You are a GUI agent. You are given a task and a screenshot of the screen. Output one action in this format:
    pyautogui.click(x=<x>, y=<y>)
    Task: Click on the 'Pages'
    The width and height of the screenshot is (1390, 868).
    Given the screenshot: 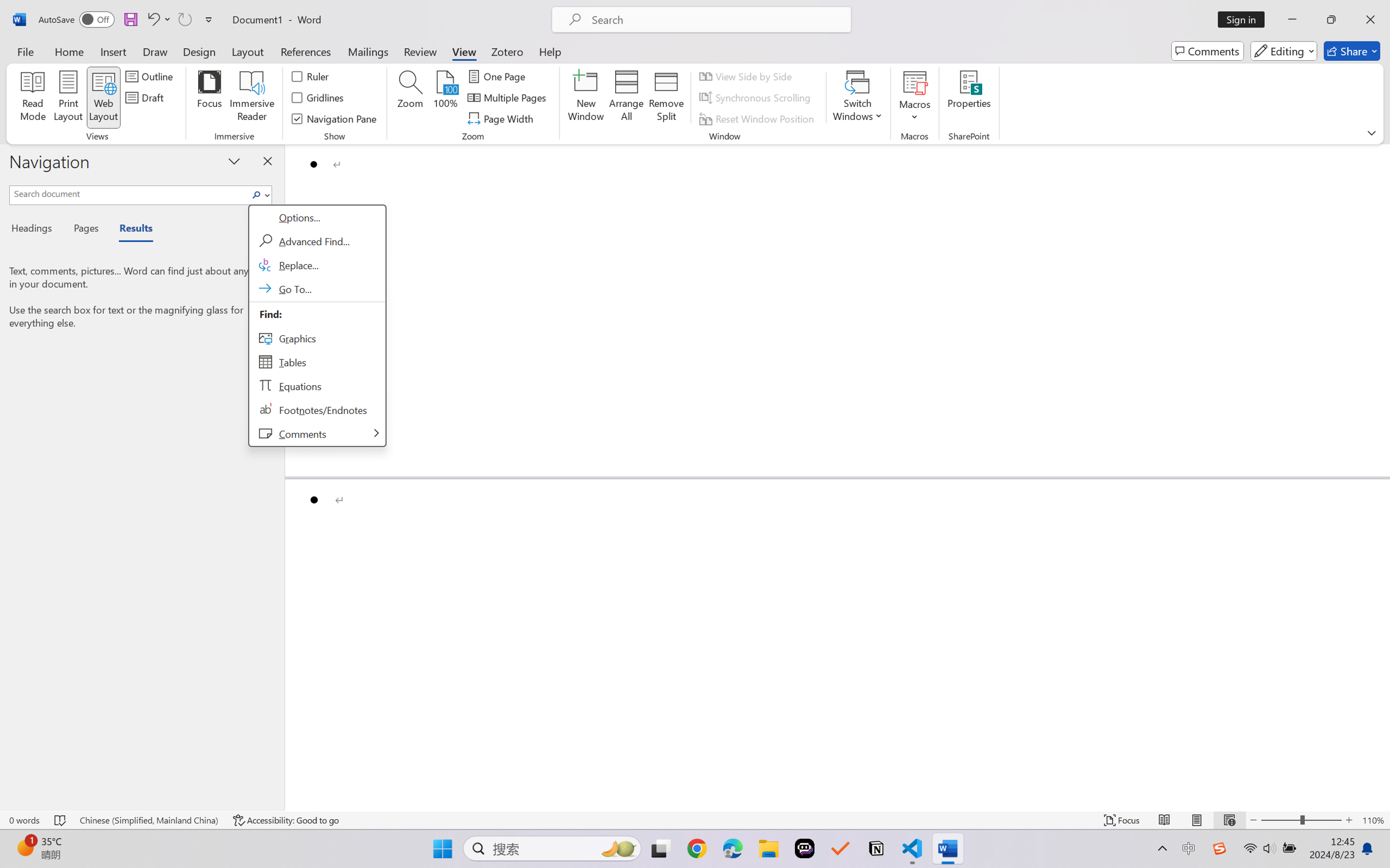 What is the action you would take?
    pyautogui.click(x=84, y=230)
    